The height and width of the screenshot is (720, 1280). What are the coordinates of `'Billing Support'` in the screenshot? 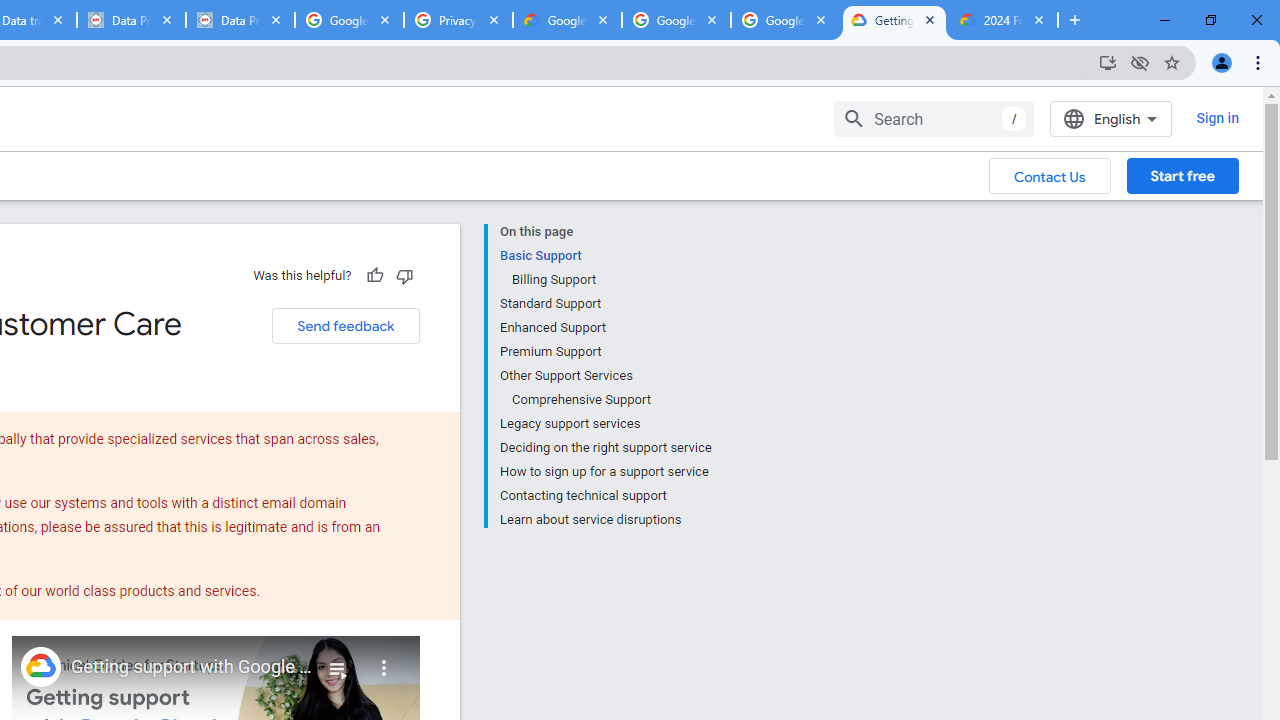 It's located at (610, 280).